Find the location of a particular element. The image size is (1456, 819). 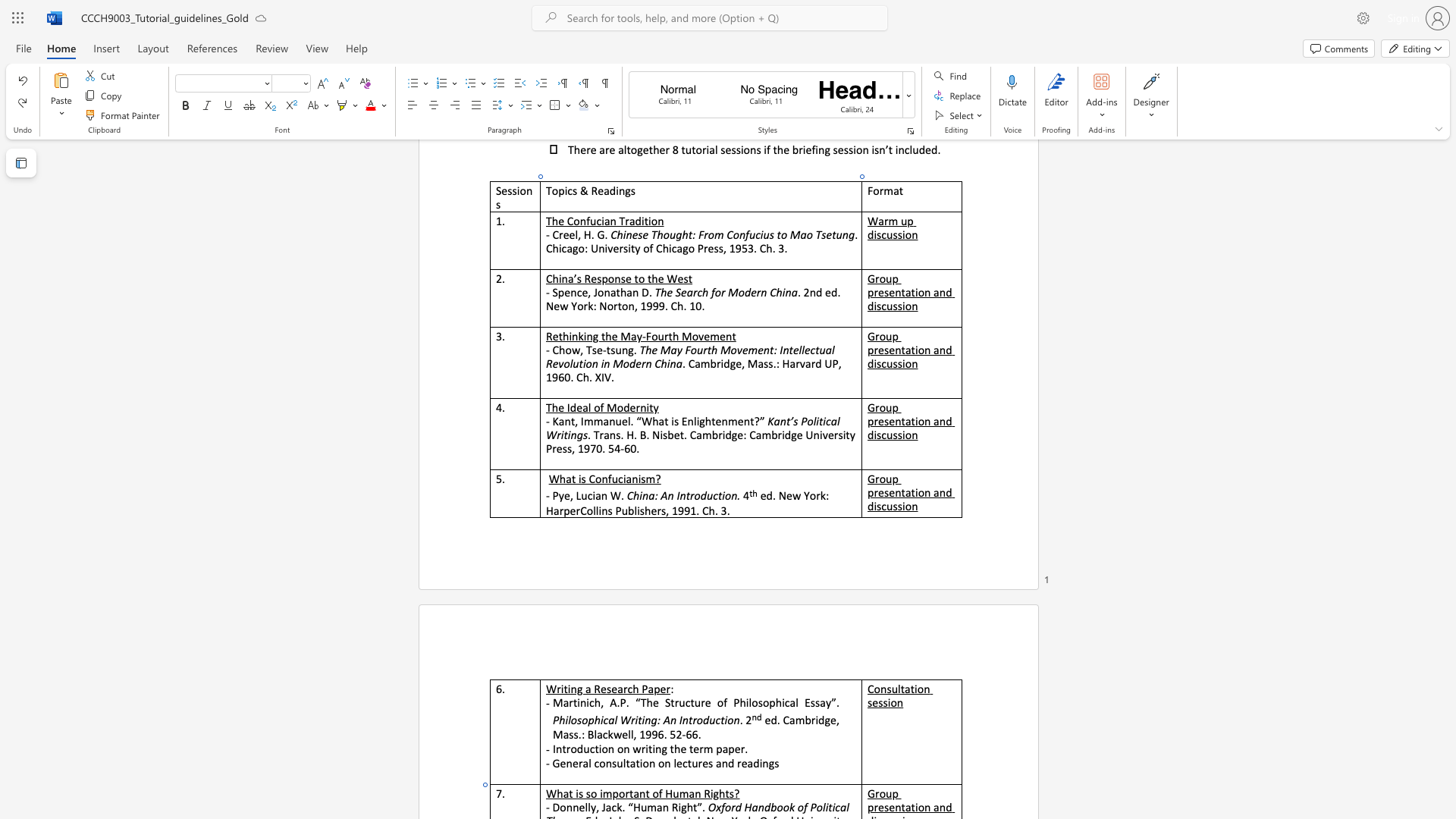

the 3th character "i" in the text is located at coordinates (639, 479).